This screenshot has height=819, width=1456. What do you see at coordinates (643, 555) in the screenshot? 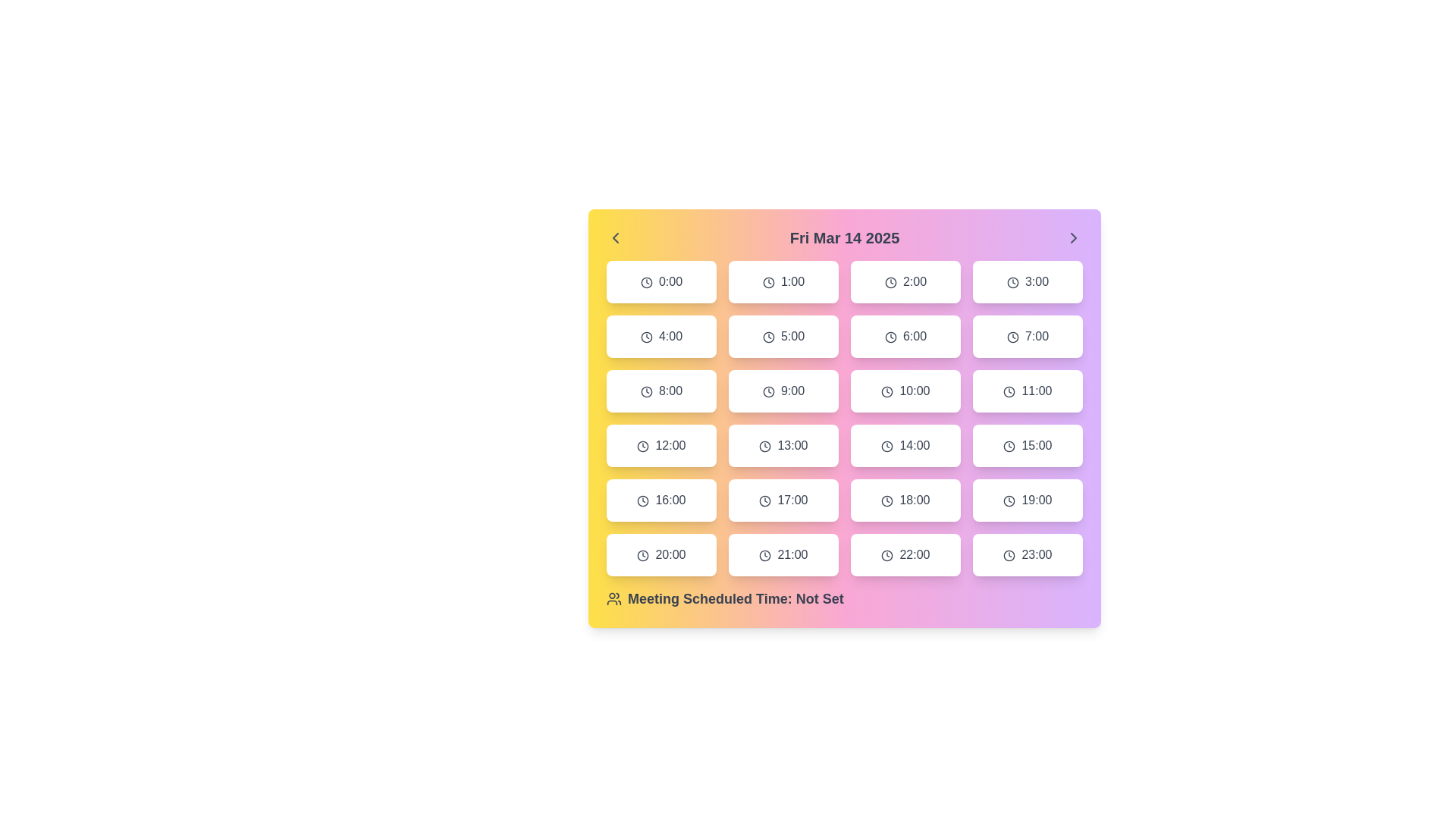
I see `the icon indicating the time '20:00', which is located to the left of the text label in the last card of the fourth row of the grid` at bounding box center [643, 555].